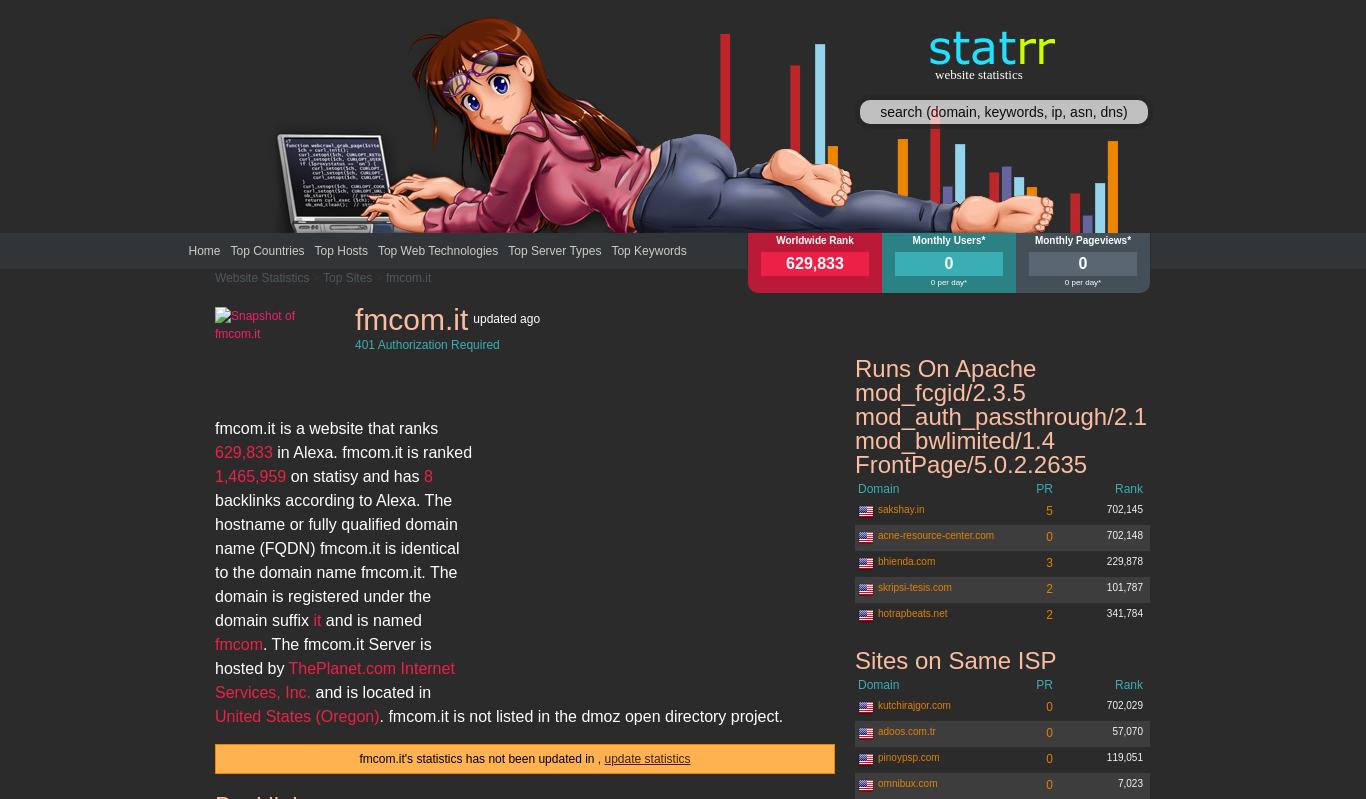 This screenshot has height=799, width=1366. Describe the element at coordinates (447, 715) in the screenshot. I see `'is not listed in the dmoz open directory project.'` at that location.